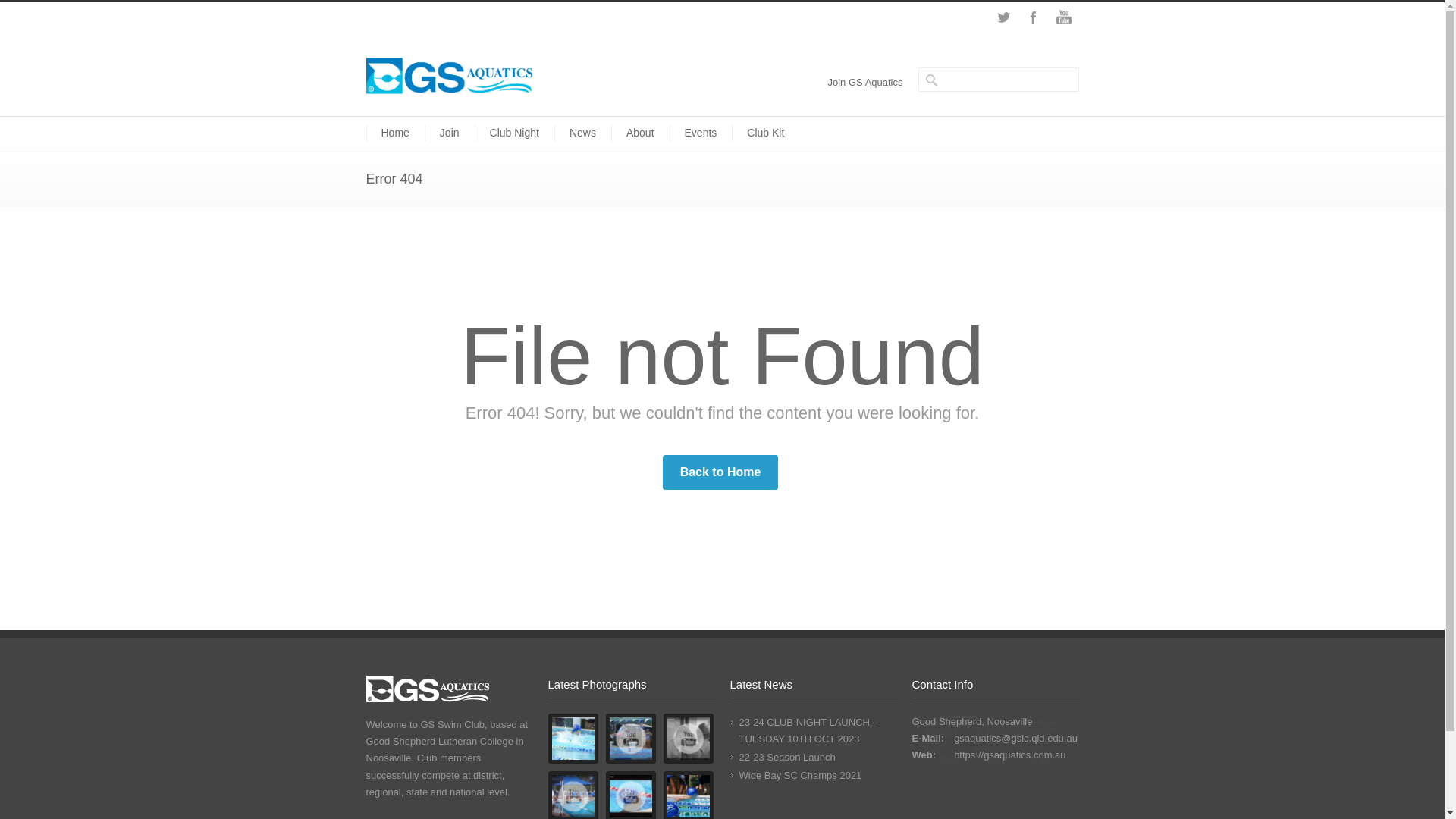  What do you see at coordinates (786, 757) in the screenshot?
I see `'22-23 Season Launch'` at bounding box center [786, 757].